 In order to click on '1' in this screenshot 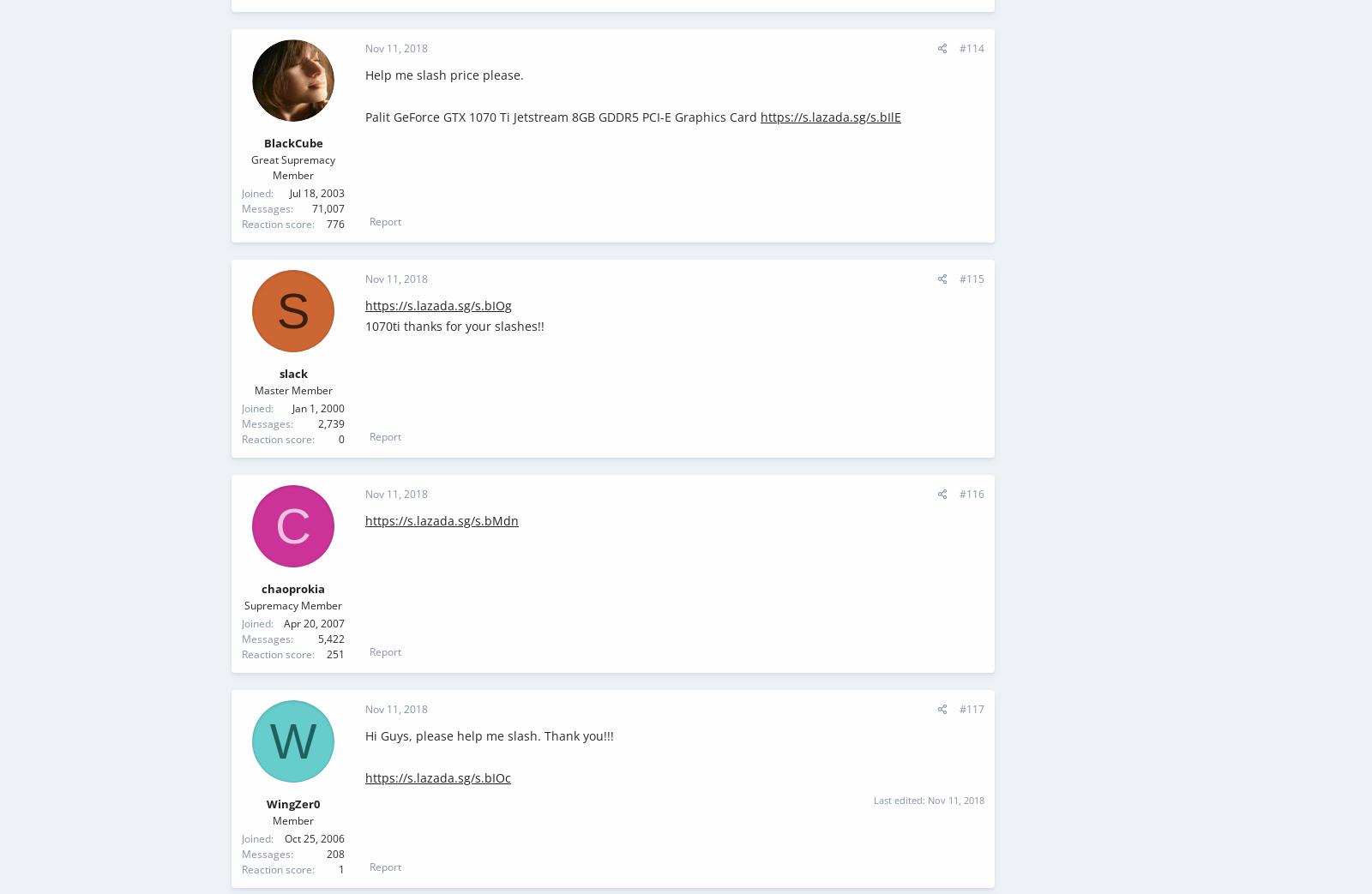, I will do `click(339, 868)`.